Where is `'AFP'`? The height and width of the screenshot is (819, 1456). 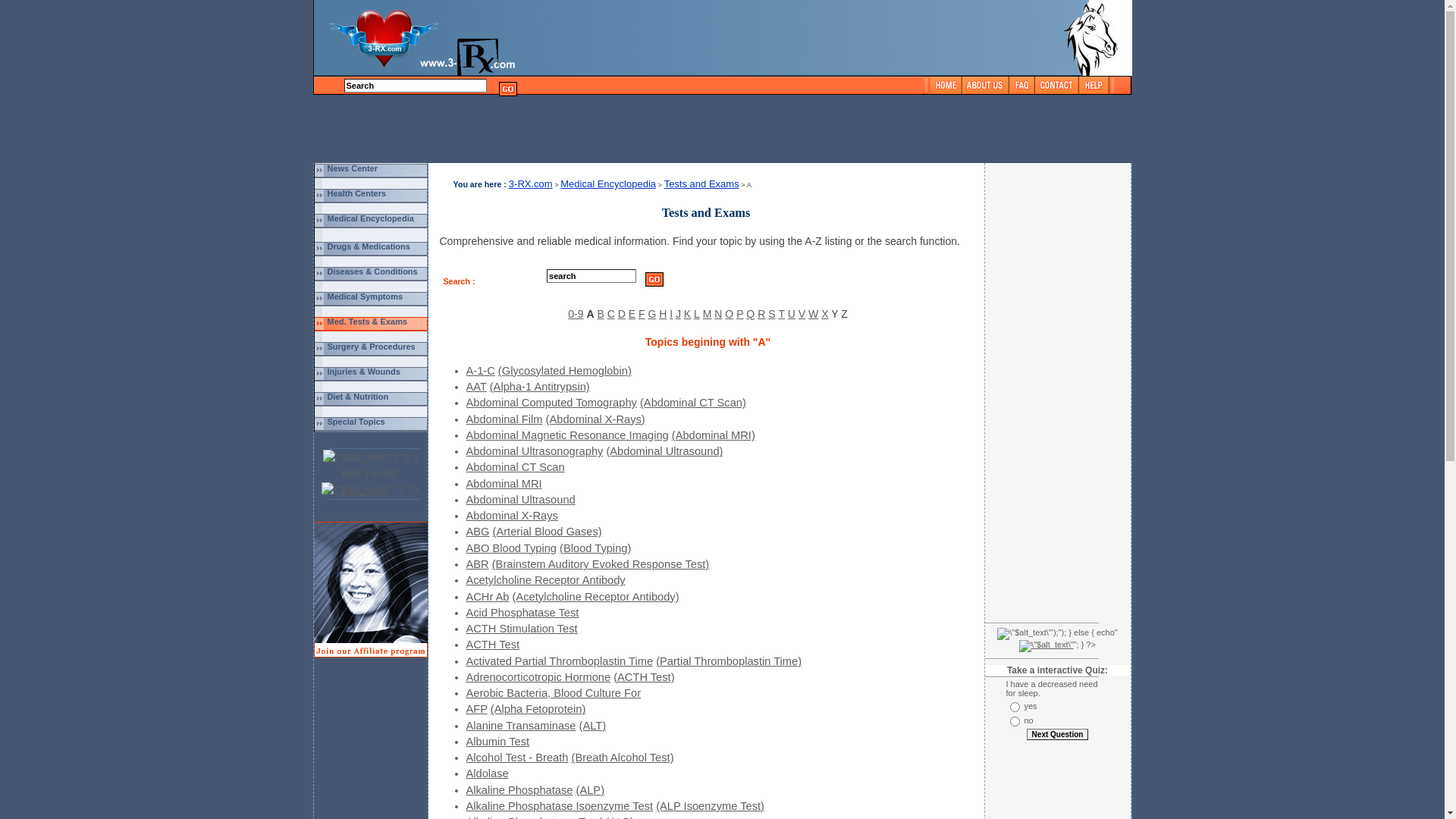
'AFP' is located at coordinates (475, 708).